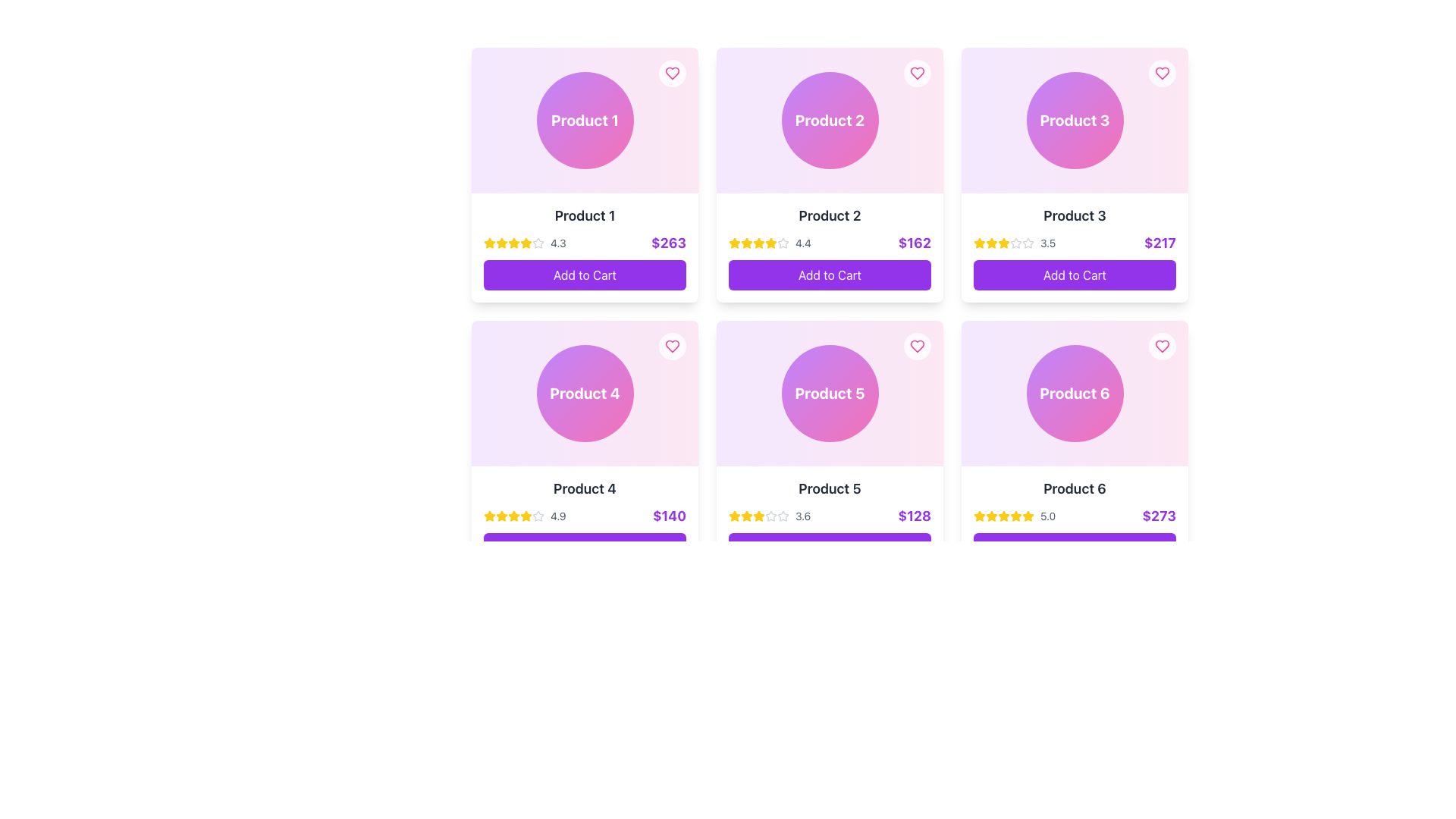 The width and height of the screenshot is (1456, 819). I want to click on value displayed on the price label located in the rightmost product card (Product 6) in the second row of the grid layout, so click(1158, 516).